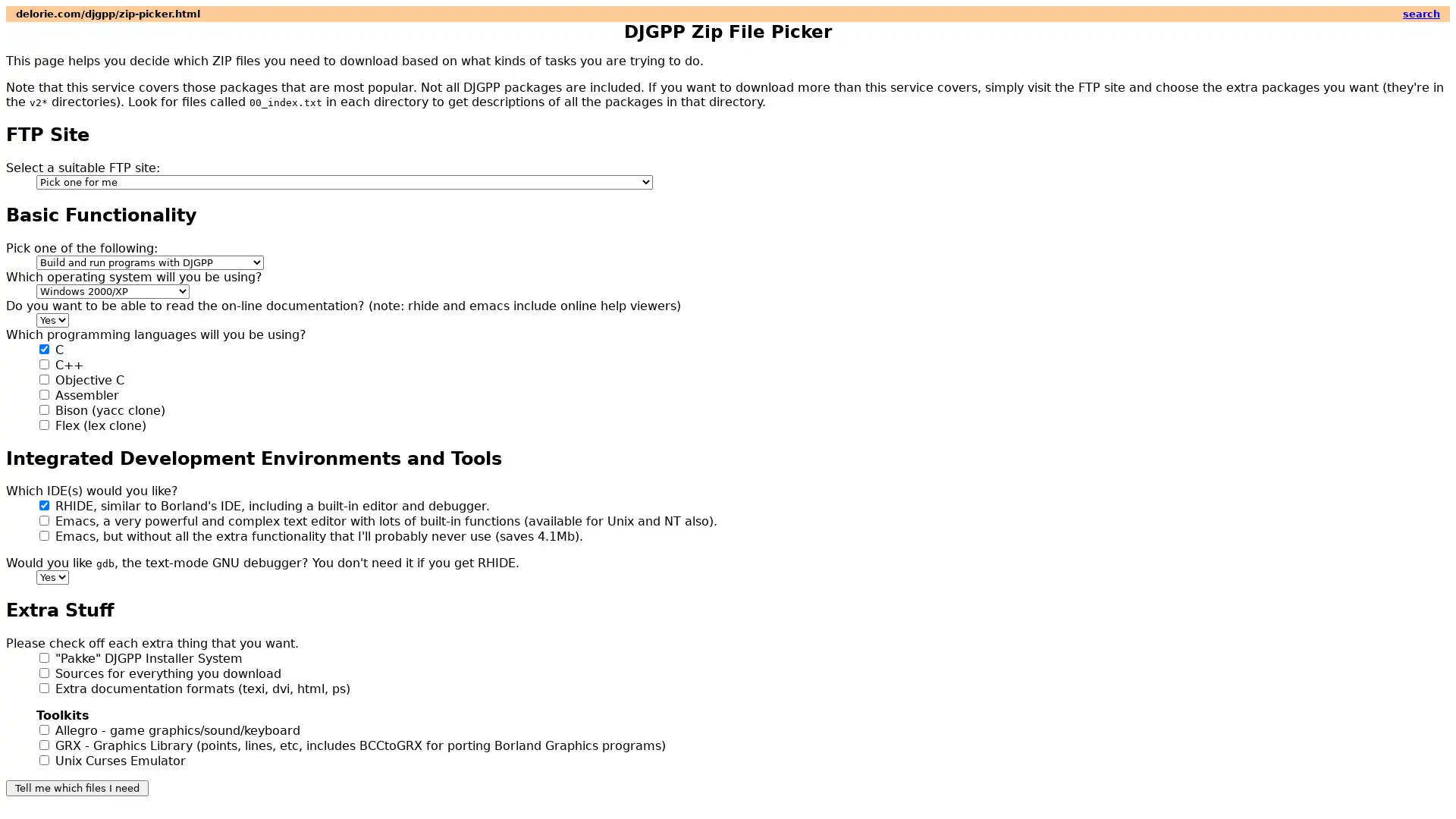 The image size is (1456, 819). I want to click on Tell me which files I need, so click(76, 787).